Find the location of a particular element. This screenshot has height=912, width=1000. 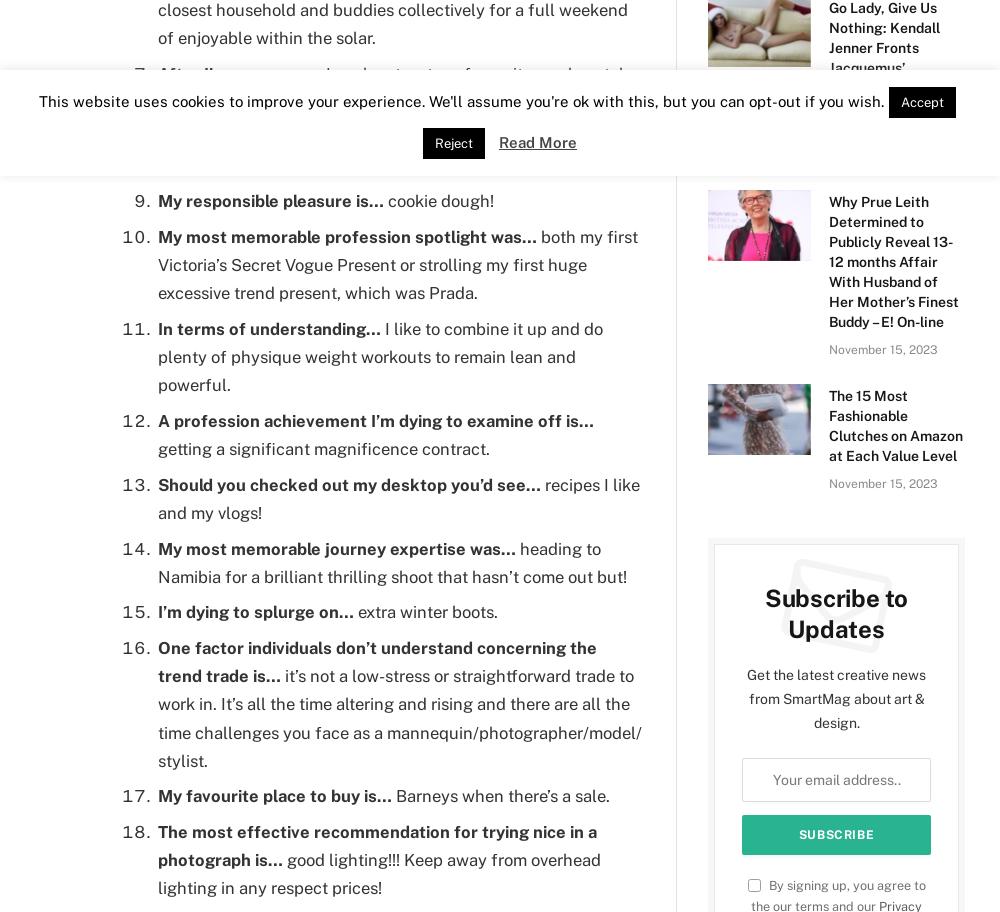

'Why Prue Leith Determined to Publicly Reveal 13-12 months Affair With Husband of Her Mother’s Finest Buddy – E! On-line' is located at coordinates (893, 262).